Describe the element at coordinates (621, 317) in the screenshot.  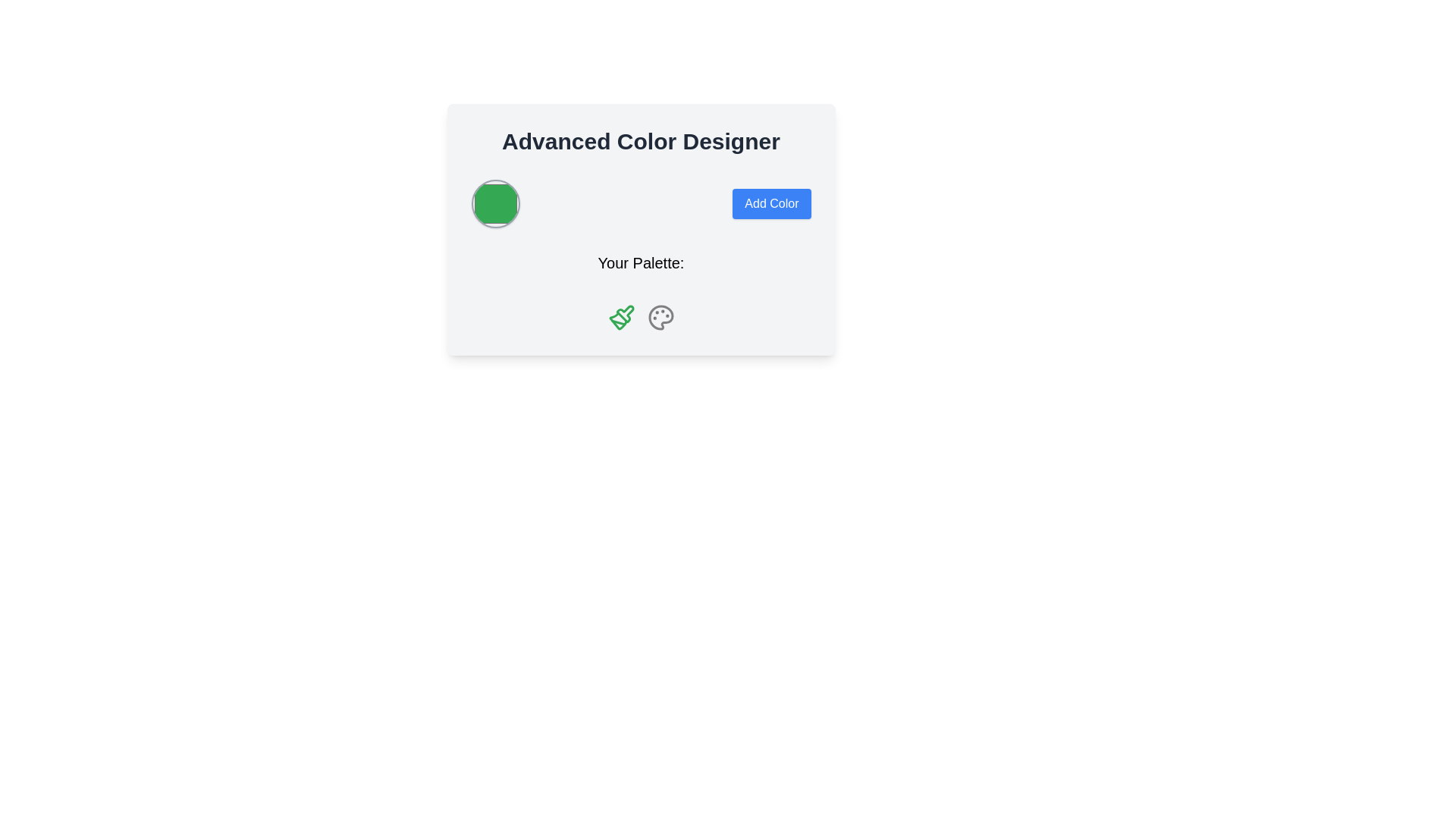
I see `the green paintbrush icon, which is the first element from the left in the 'Your Palette' group` at that location.